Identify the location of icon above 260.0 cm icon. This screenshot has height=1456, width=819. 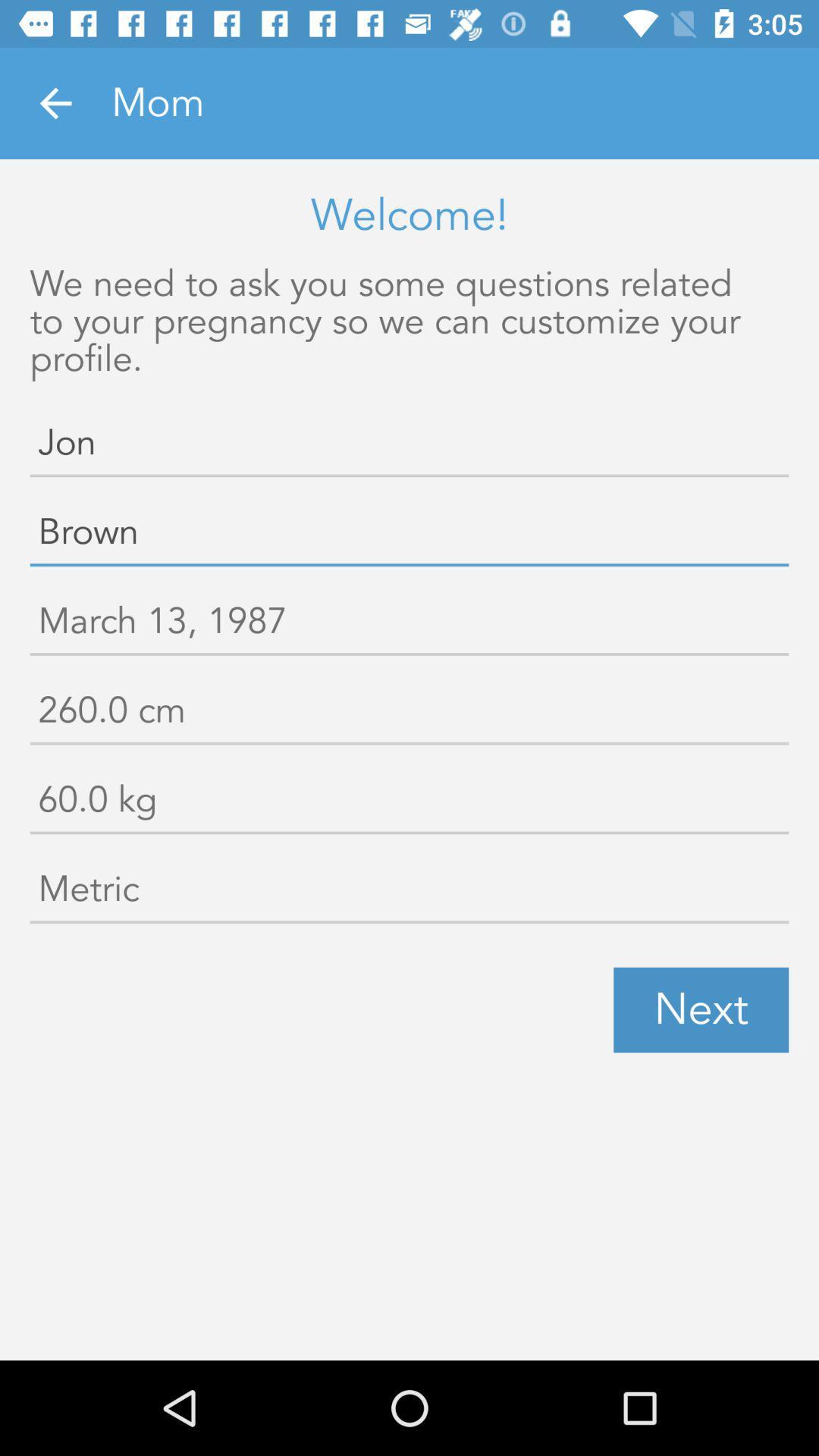
(409, 624).